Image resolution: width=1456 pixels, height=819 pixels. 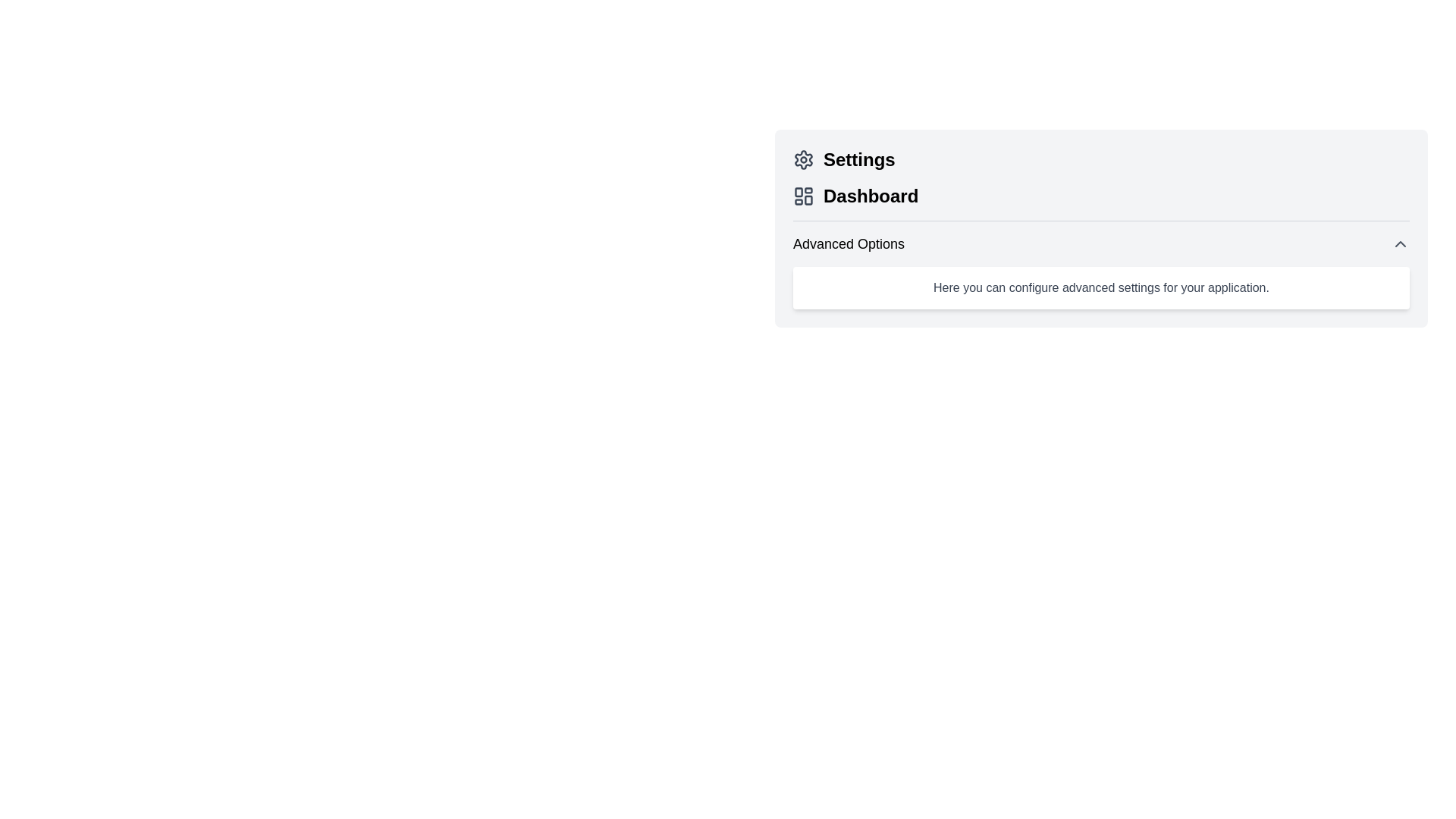 What do you see at coordinates (1101, 288) in the screenshot?
I see `the Informational Text Block located in the 'Advanced Options' section of the settings panel, positioned directly below the 'Advanced Options' text` at bounding box center [1101, 288].